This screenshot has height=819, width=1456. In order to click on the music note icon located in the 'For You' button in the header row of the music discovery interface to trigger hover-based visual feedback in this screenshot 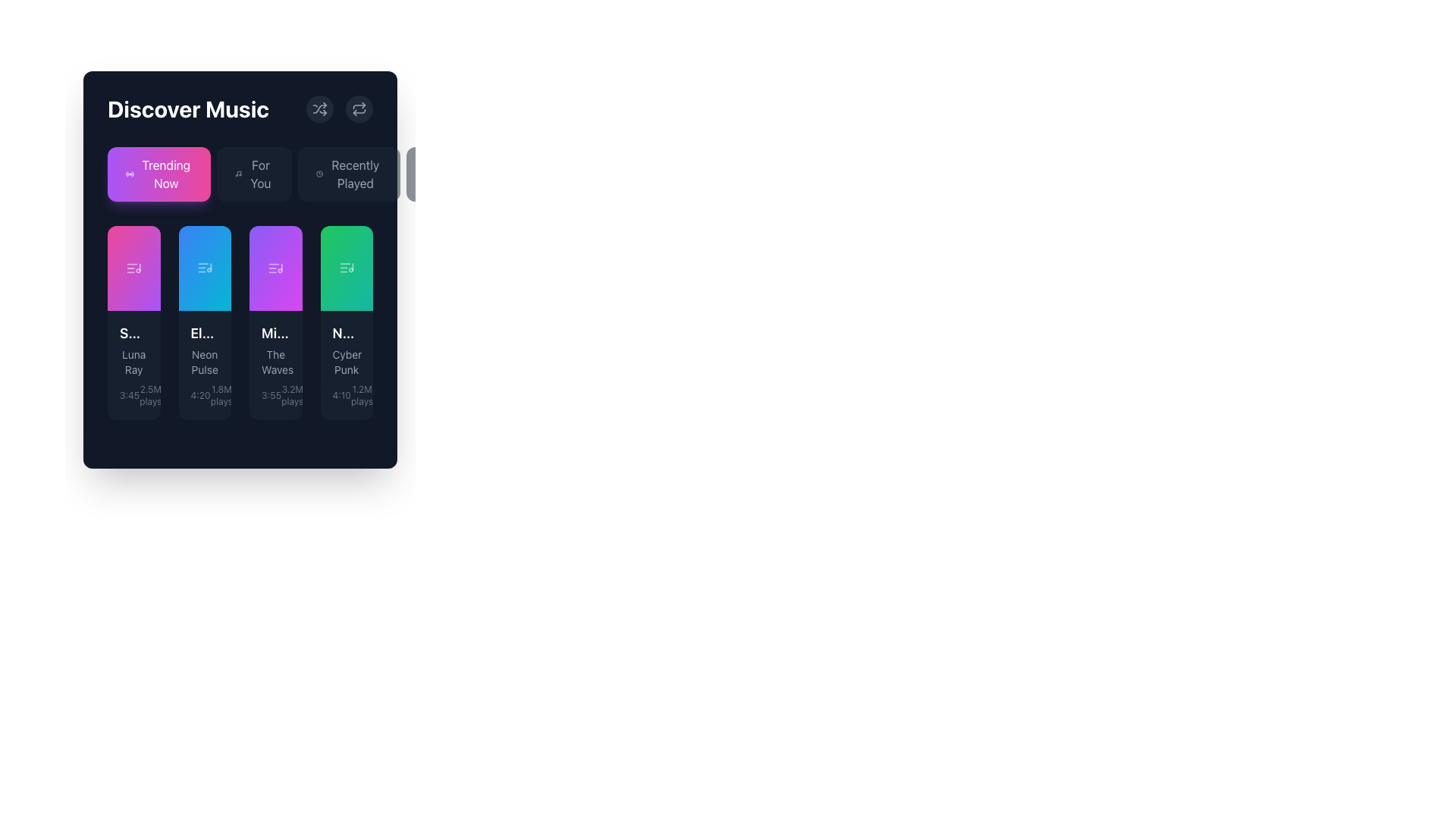, I will do `click(237, 174)`.